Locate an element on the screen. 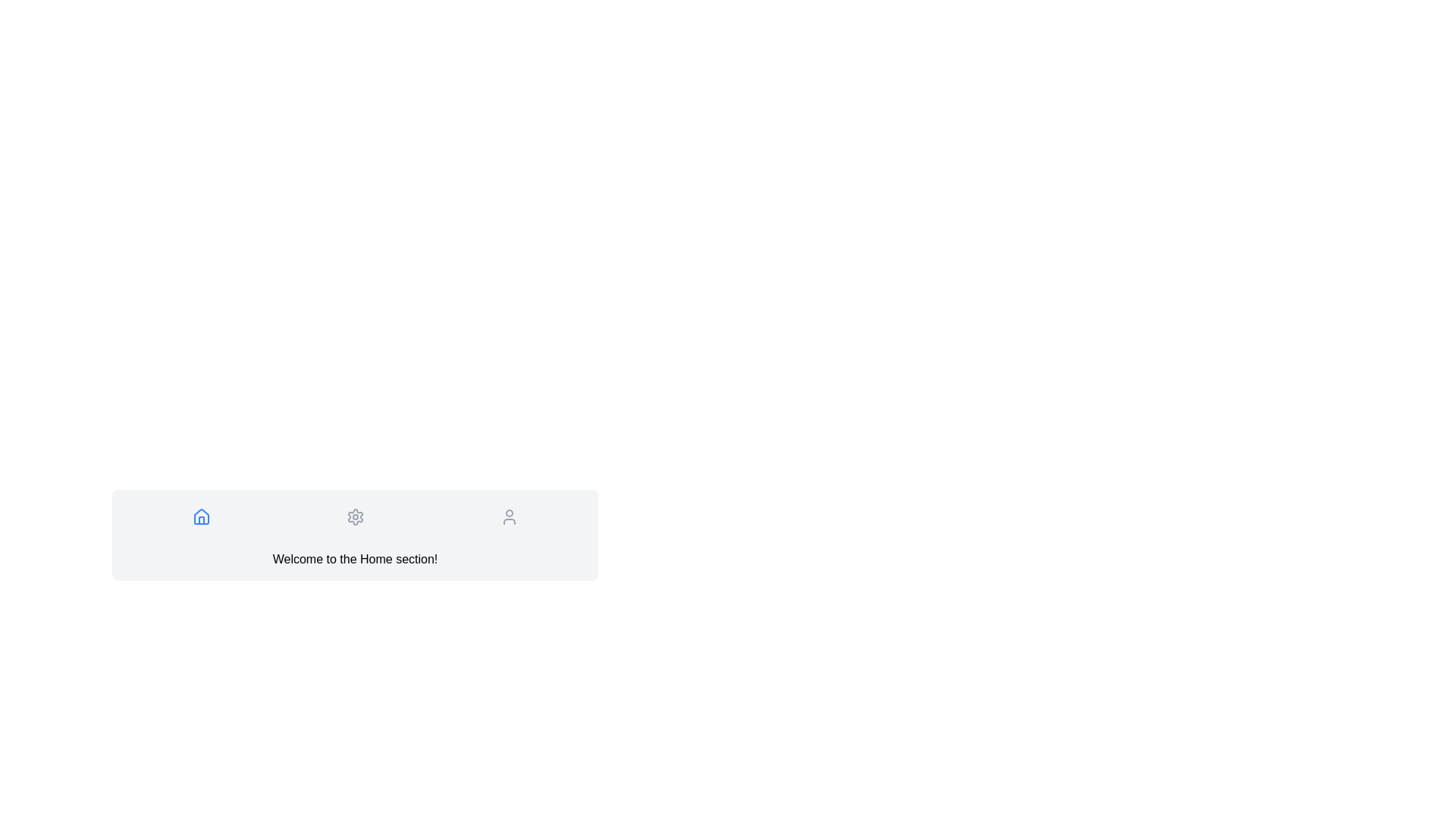  the user profile icon located in the rightmost group of the horizontal navigation bar is located at coordinates (509, 516).